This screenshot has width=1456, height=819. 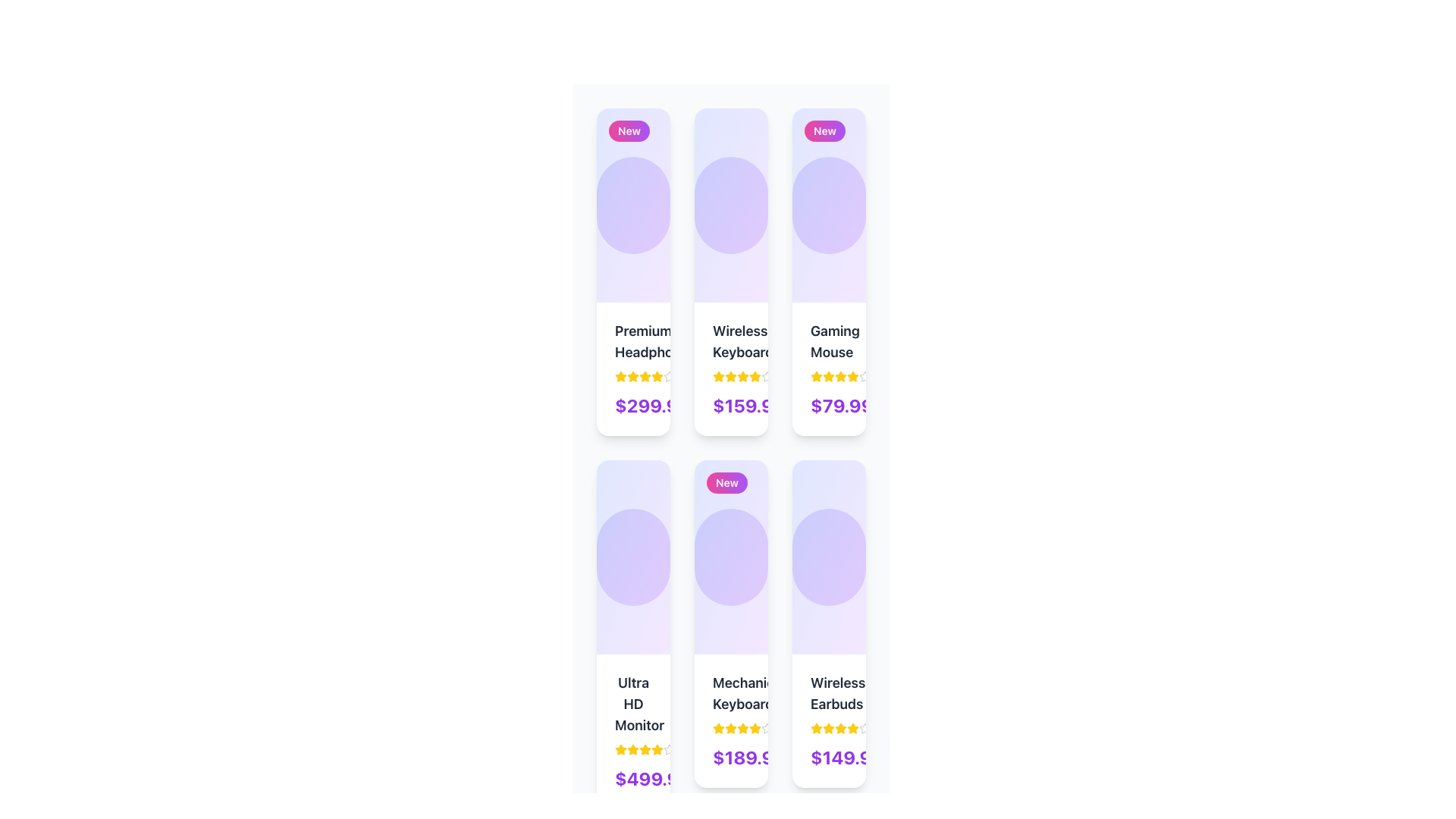 What do you see at coordinates (621, 748) in the screenshot?
I see `the gold star icon representing a rating in the product card for a multi-star rating interaction` at bounding box center [621, 748].